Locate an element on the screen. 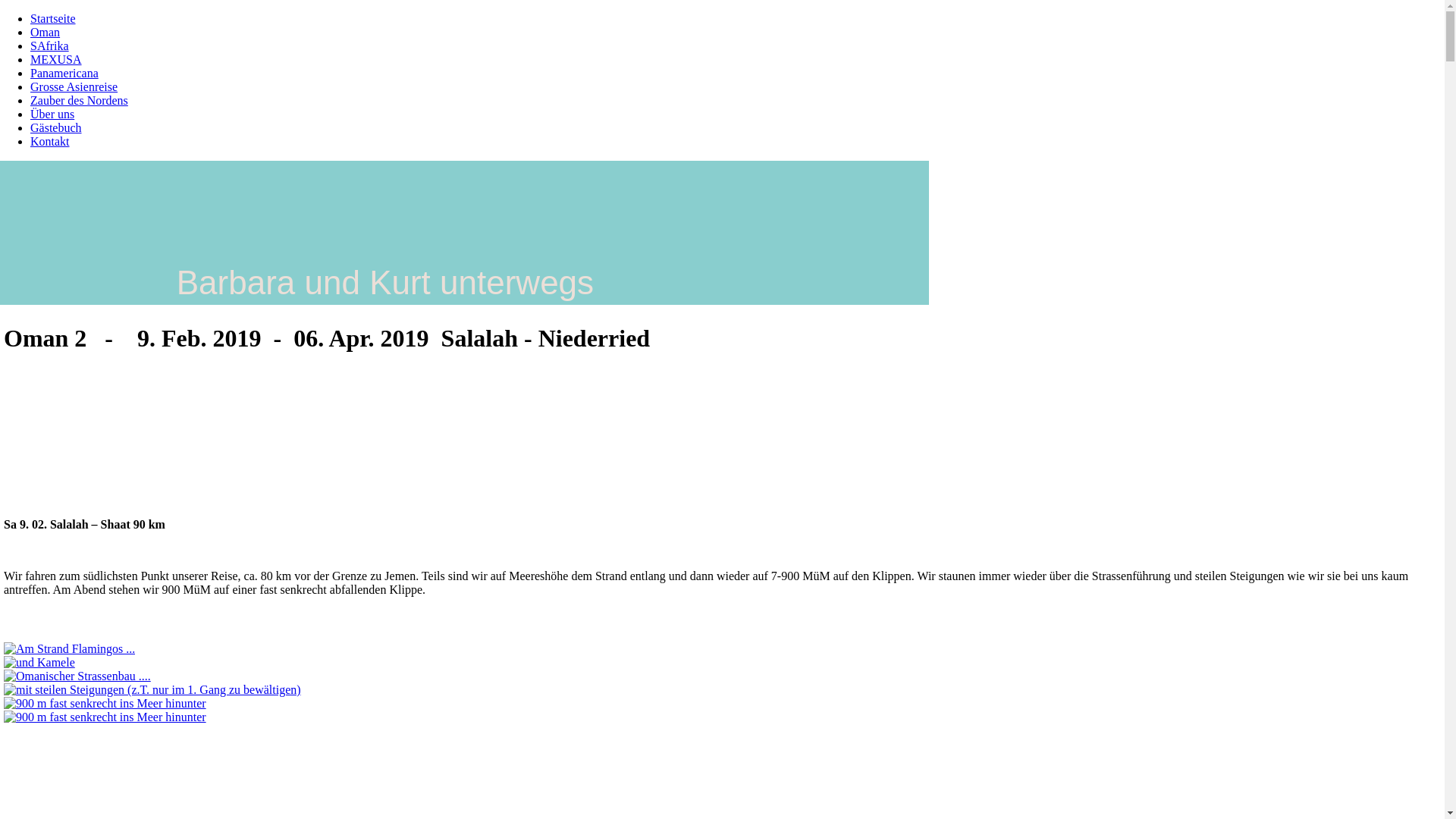 Image resolution: width=1456 pixels, height=819 pixels. 'Panamericana' is located at coordinates (64, 73).